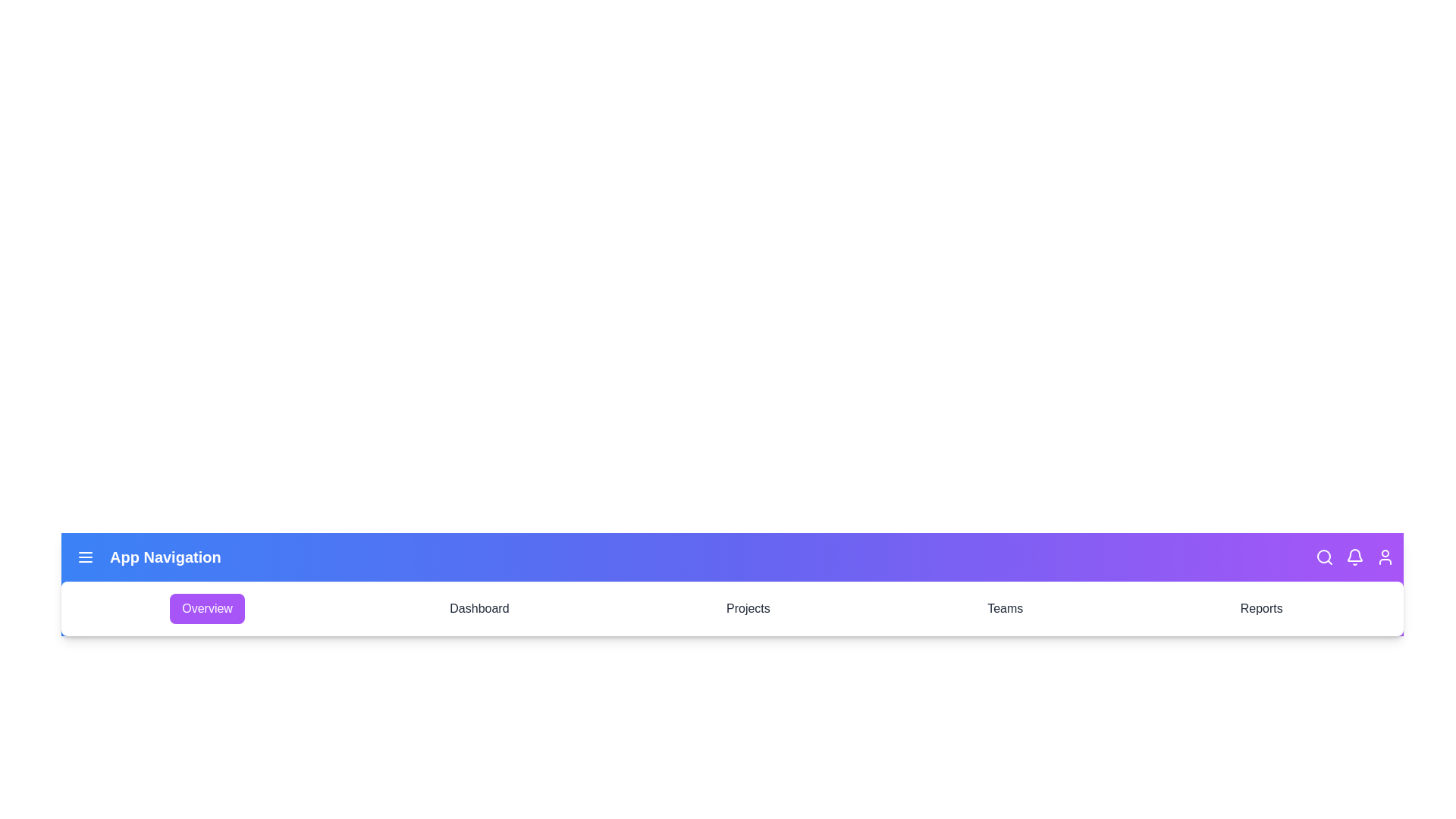 The height and width of the screenshot is (819, 1456). What do you see at coordinates (1354, 557) in the screenshot?
I see `the bell icon in the navigation bar` at bounding box center [1354, 557].